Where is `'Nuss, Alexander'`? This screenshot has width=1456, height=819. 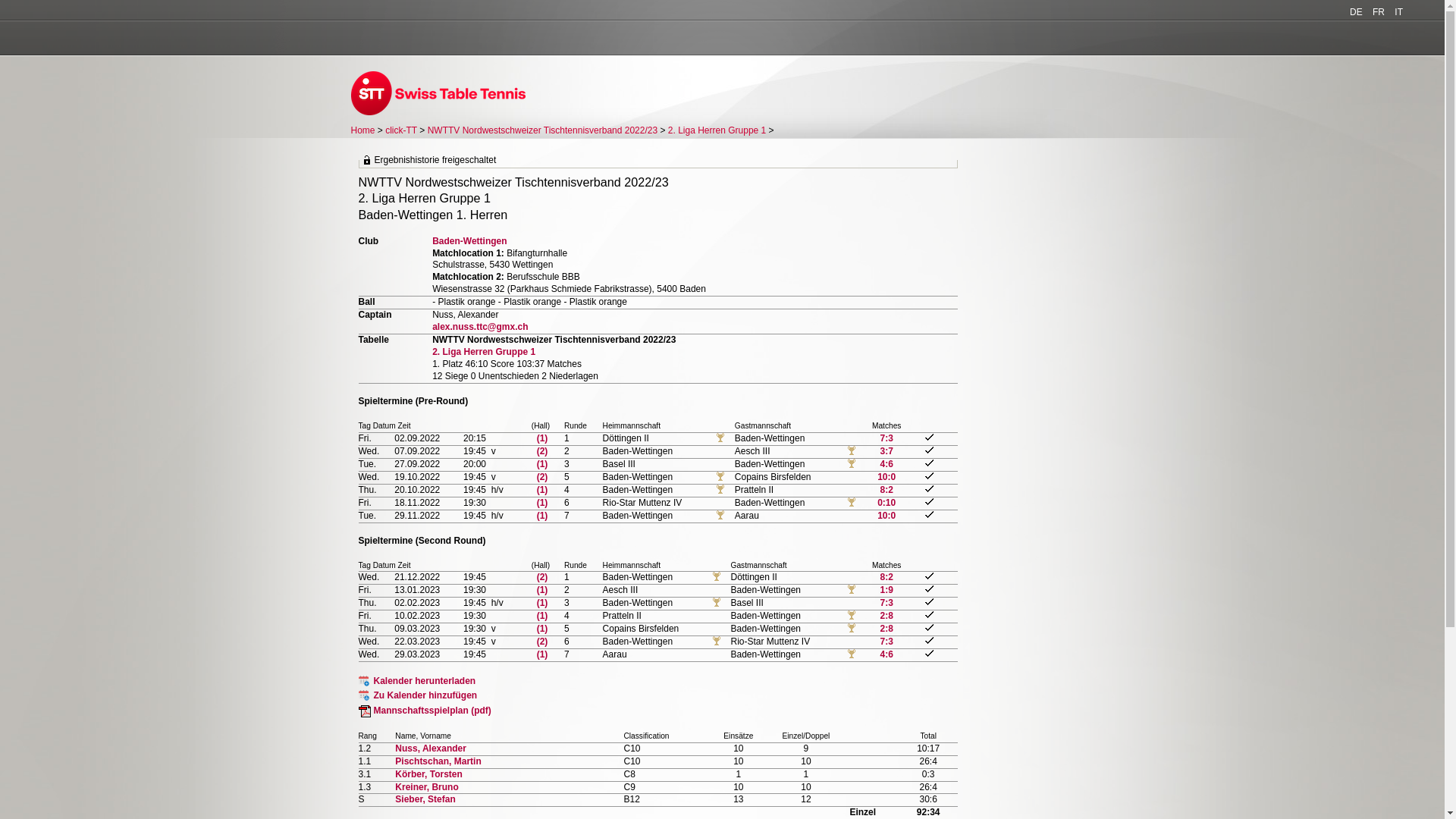
'Nuss, Alexander' is located at coordinates (429, 748).